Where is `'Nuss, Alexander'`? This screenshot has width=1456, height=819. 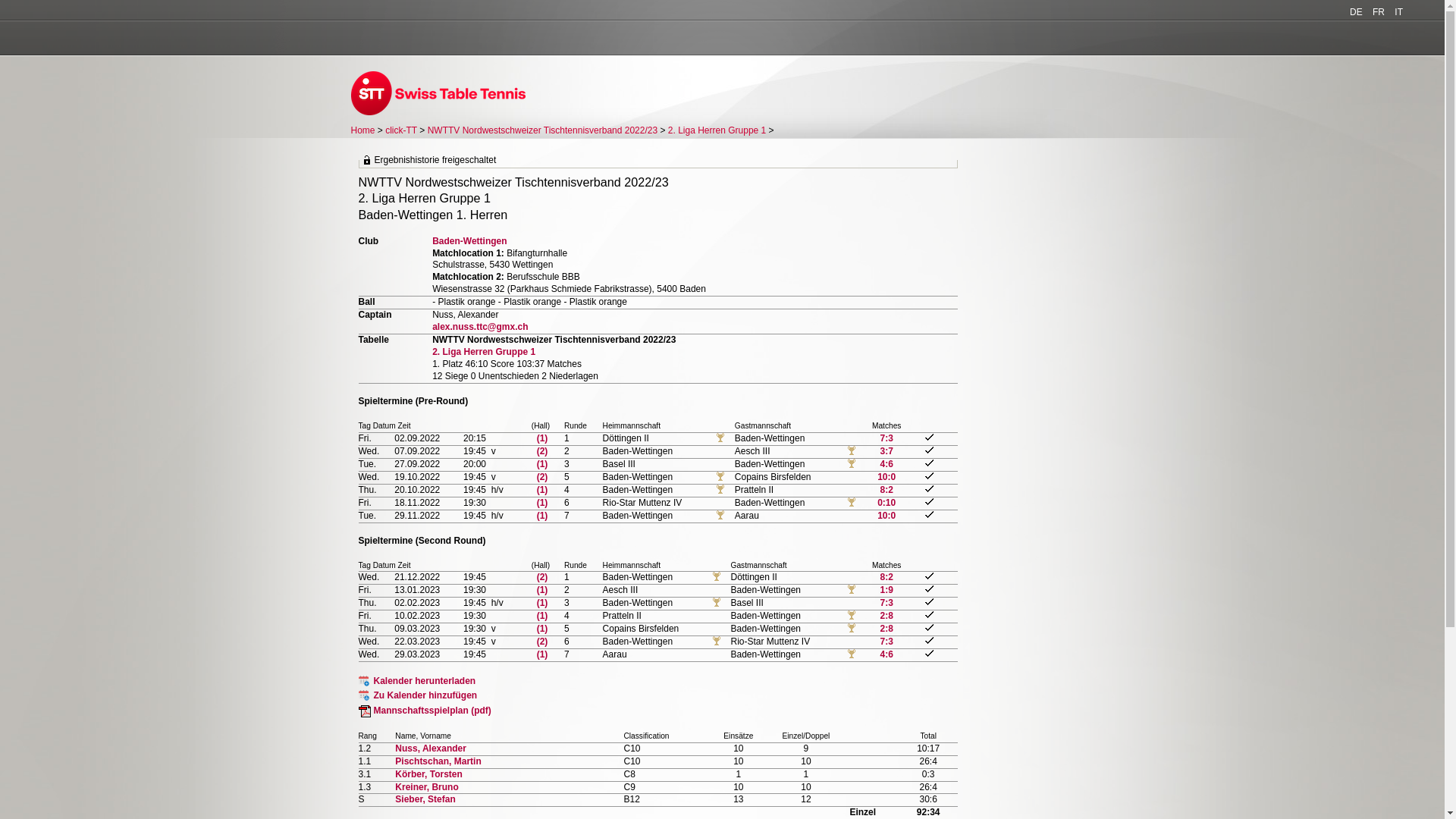
'Nuss, Alexander' is located at coordinates (429, 748).